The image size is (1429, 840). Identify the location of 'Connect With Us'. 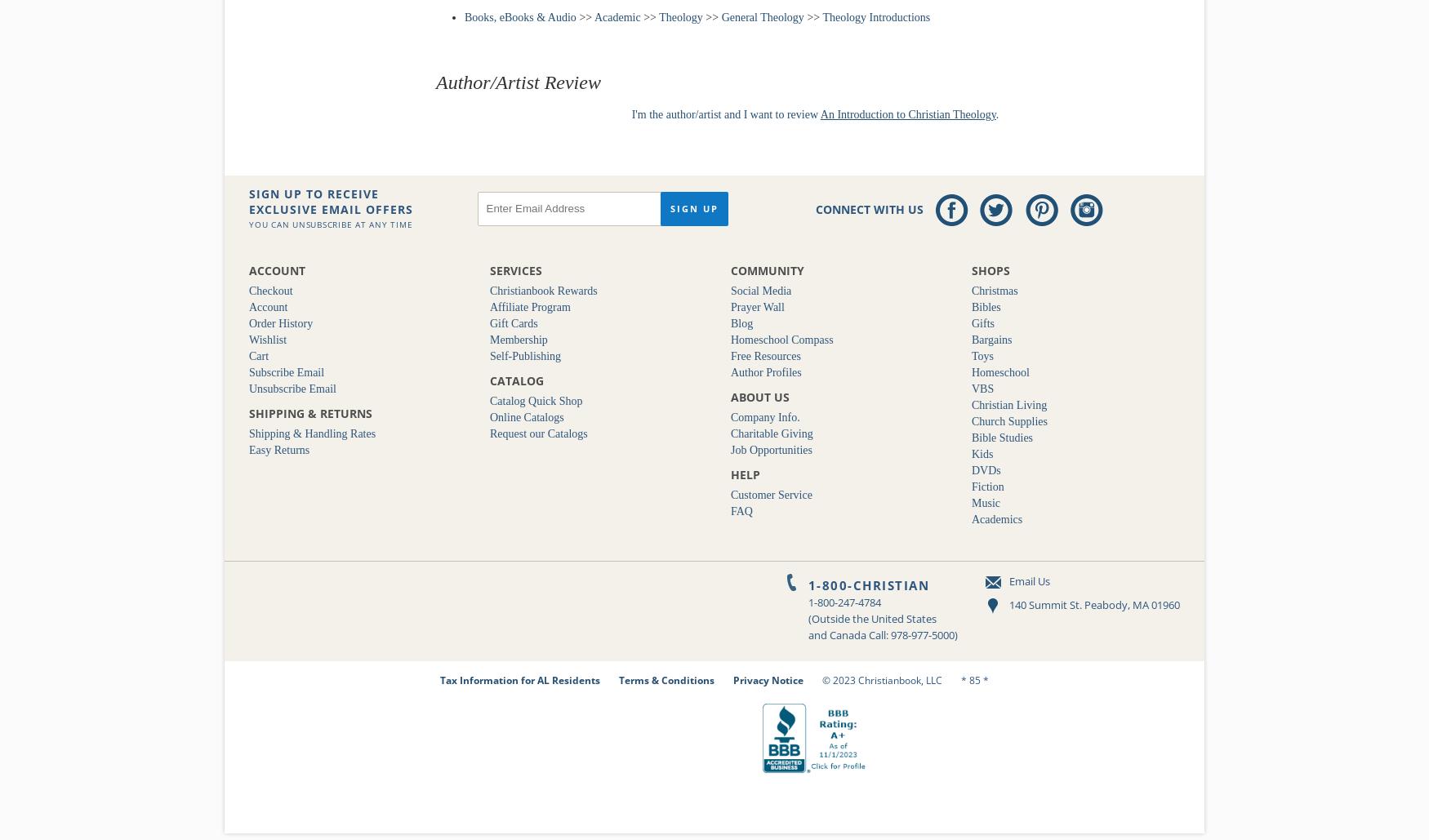
(870, 207).